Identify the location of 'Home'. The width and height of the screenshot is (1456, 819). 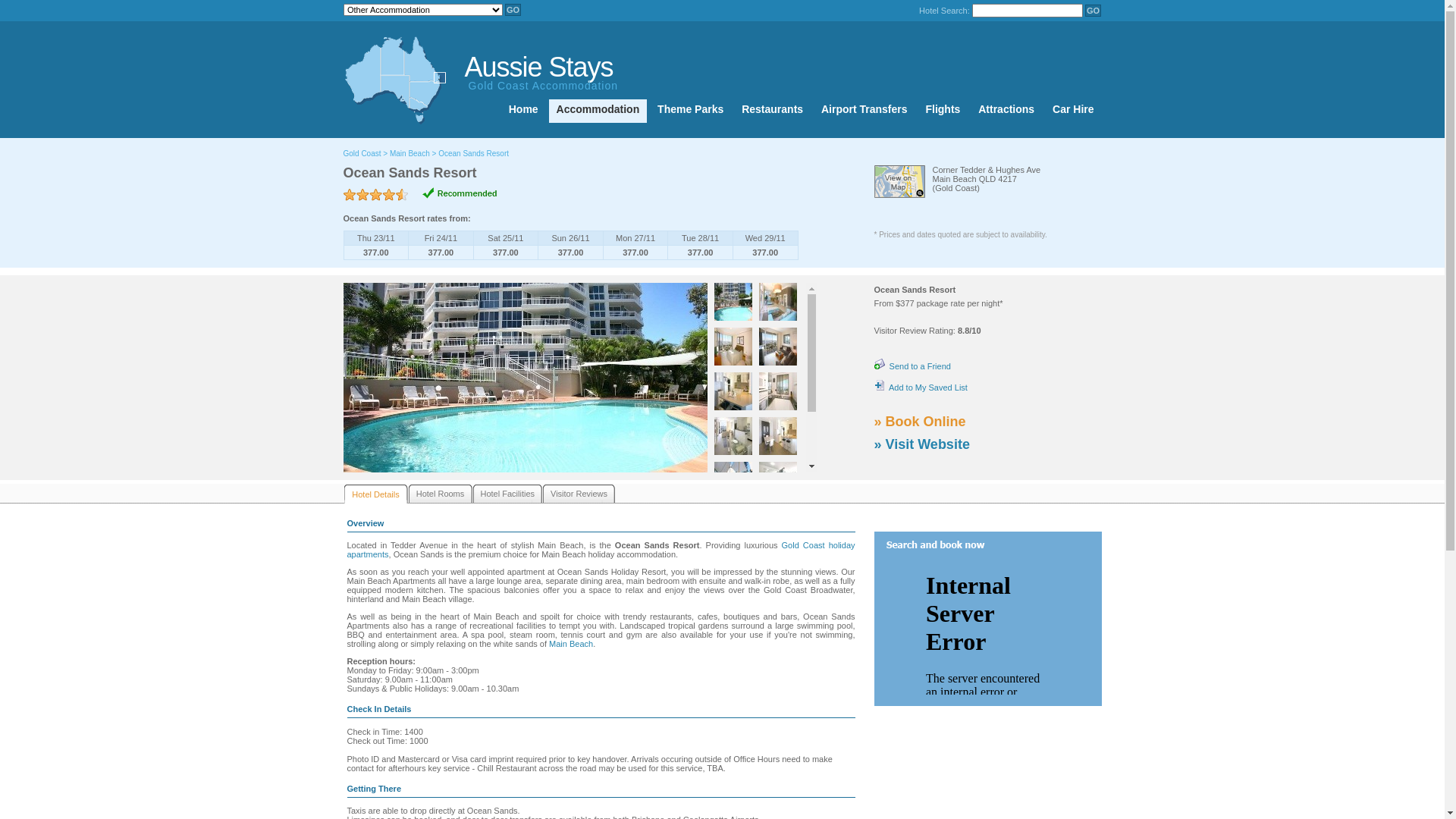
(501, 110).